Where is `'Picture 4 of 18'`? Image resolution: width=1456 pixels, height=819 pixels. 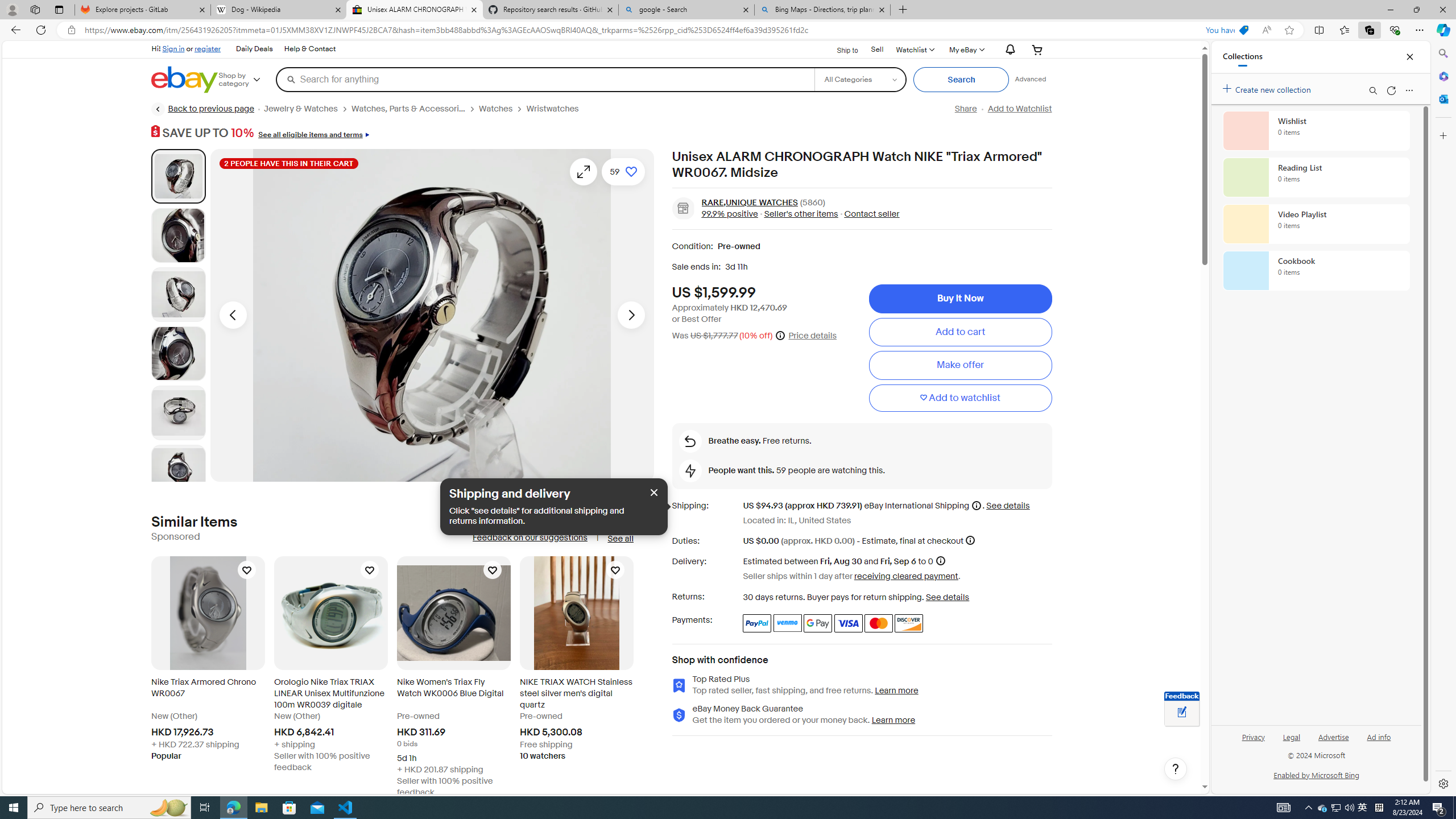 'Picture 4 of 18' is located at coordinates (178, 353).